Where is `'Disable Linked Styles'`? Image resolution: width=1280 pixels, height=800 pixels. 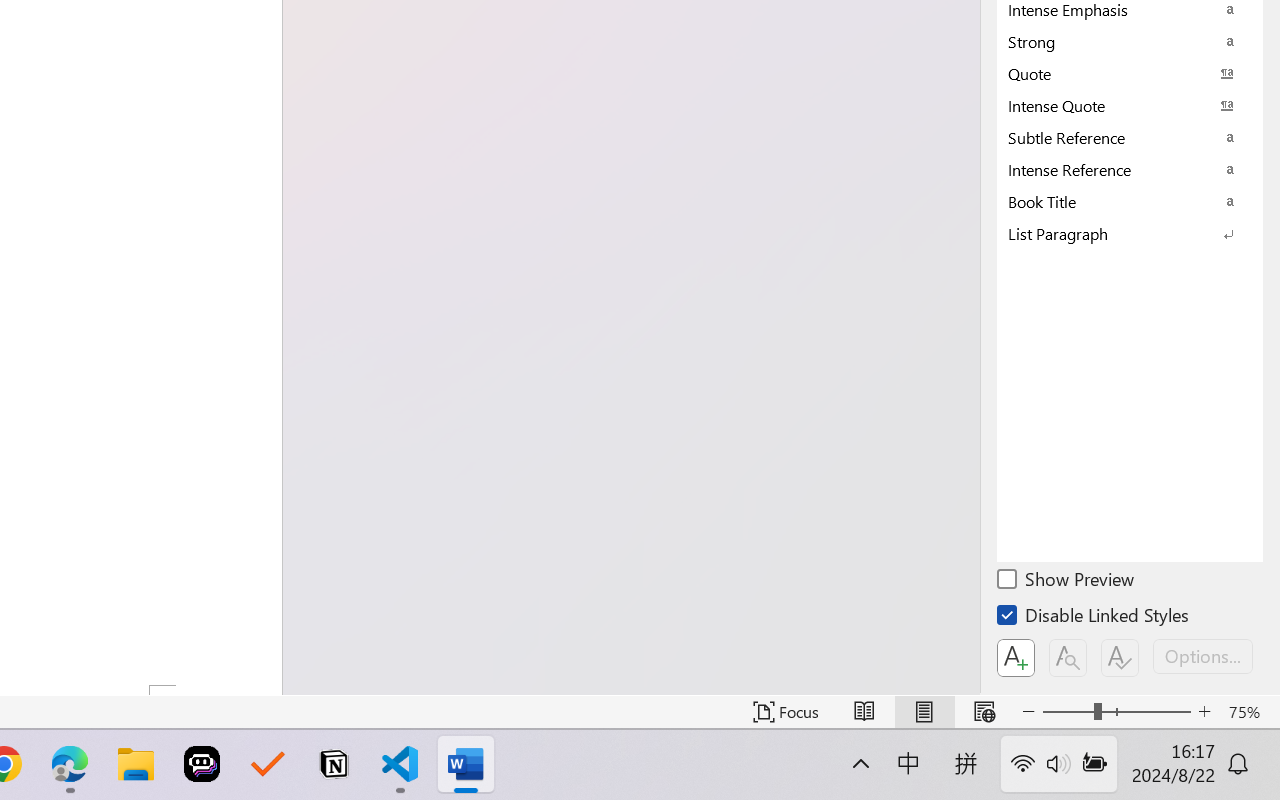
'Disable Linked Styles' is located at coordinates (1094, 618).